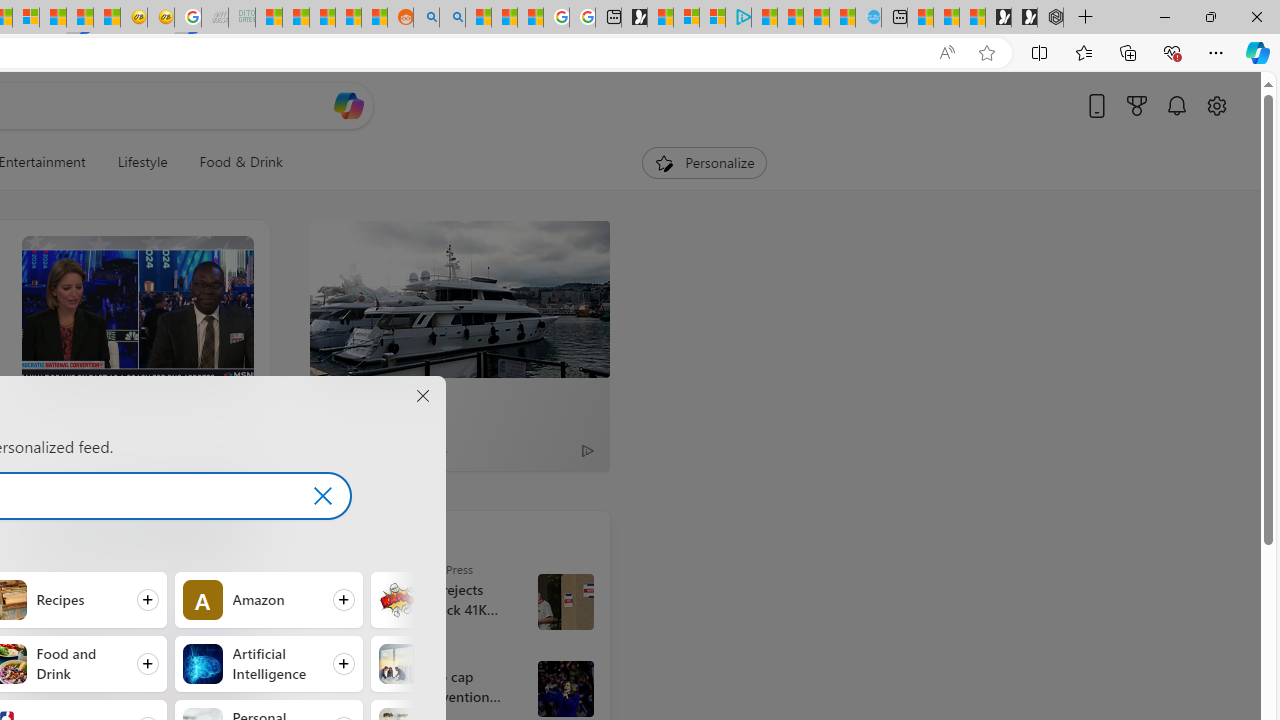 The width and height of the screenshot is (1280, 720). What do you see at coordinates (451, 17) in the screenshot?
I see `'Utah sues federal government - Search'` at bounding box center [451, 17].